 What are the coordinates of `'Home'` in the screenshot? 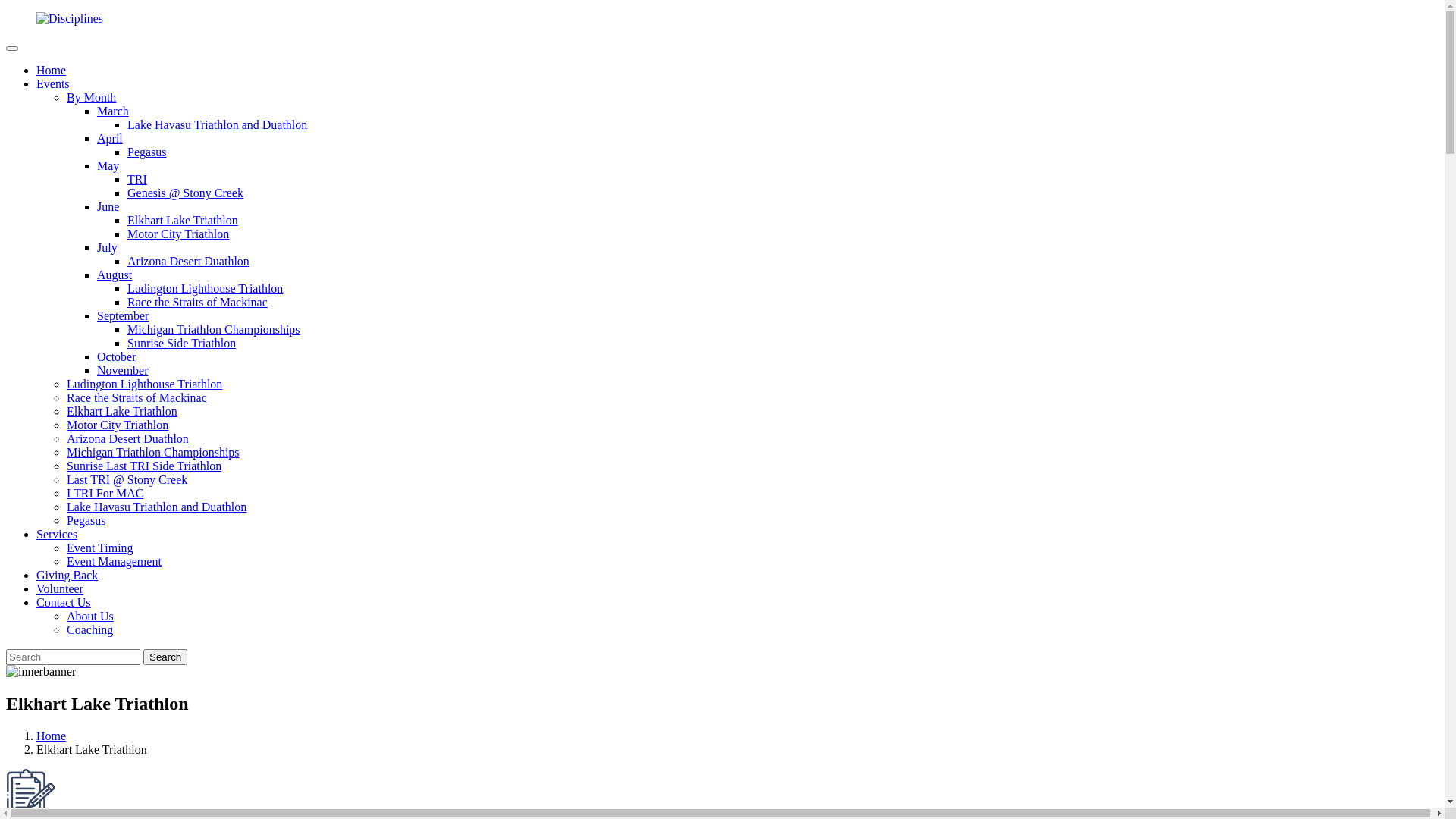 It's located at (51, 735).